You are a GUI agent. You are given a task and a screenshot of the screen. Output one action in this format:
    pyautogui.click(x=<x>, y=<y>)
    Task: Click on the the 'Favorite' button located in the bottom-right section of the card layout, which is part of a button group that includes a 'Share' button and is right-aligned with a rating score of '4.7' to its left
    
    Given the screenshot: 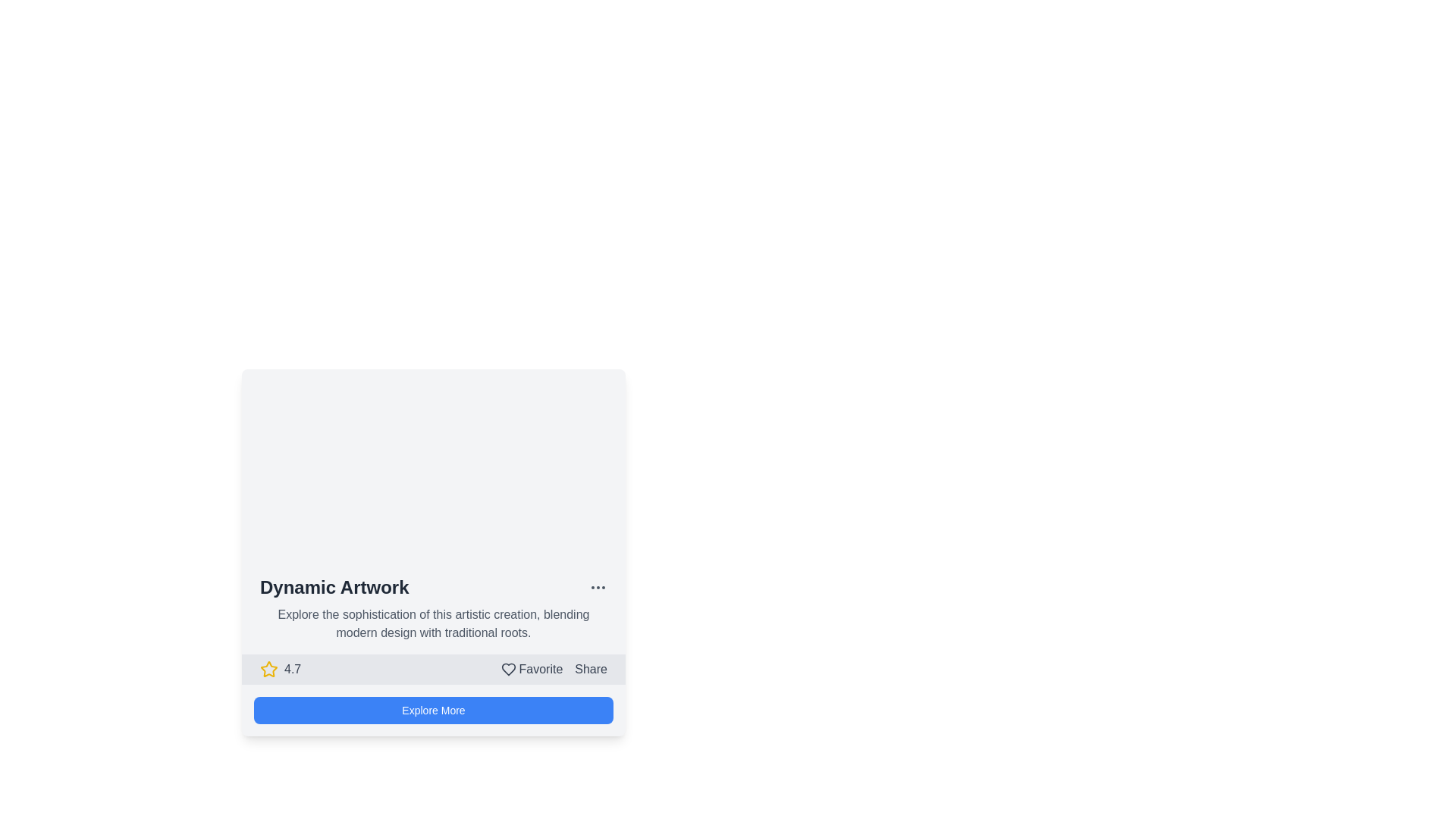 What is the action you would take?
    pyautogui.click(x=553, y=669)
    